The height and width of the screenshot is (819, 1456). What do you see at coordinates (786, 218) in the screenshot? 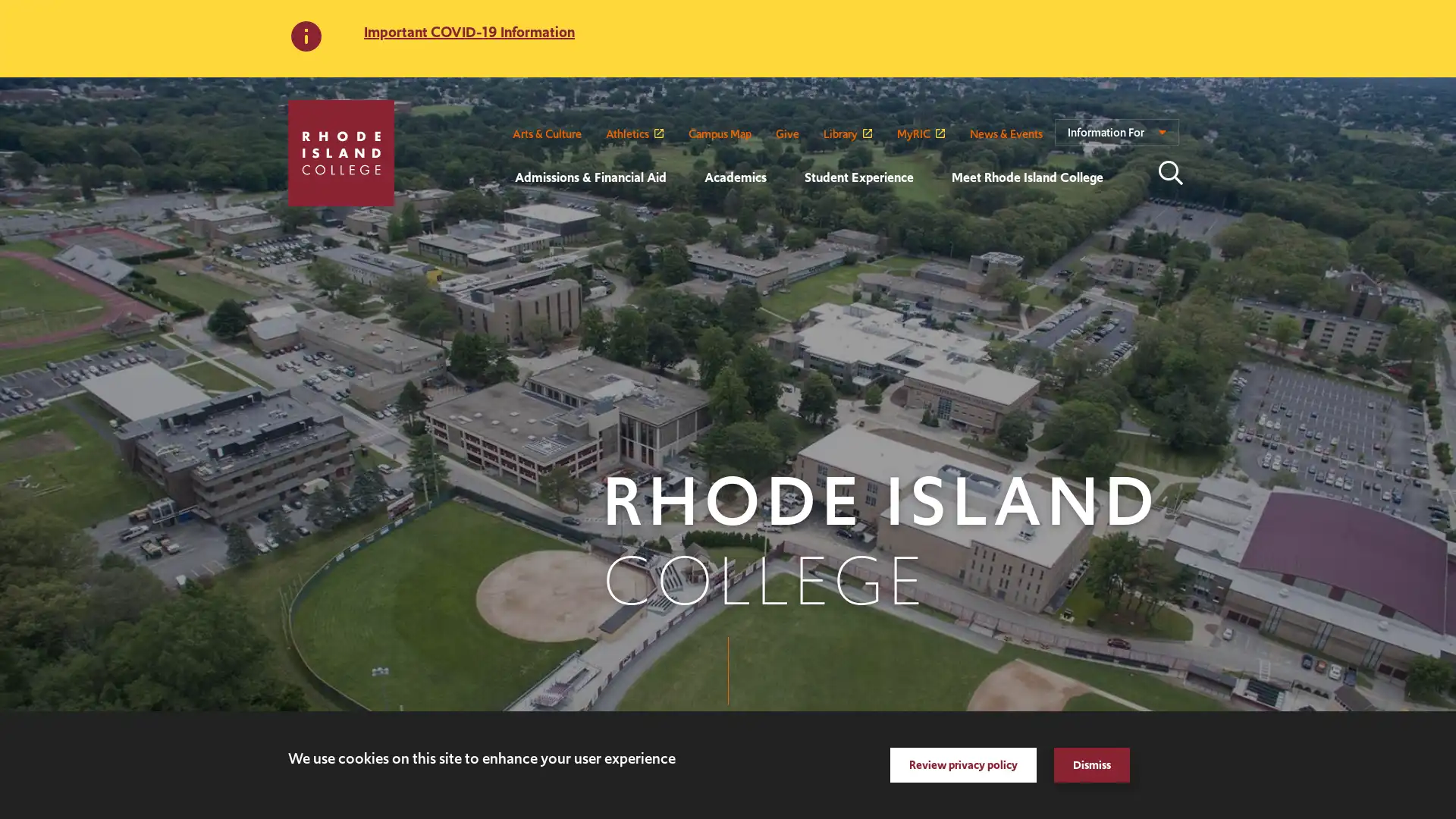
I see `Student Experience` at bounding box center [786, 218].